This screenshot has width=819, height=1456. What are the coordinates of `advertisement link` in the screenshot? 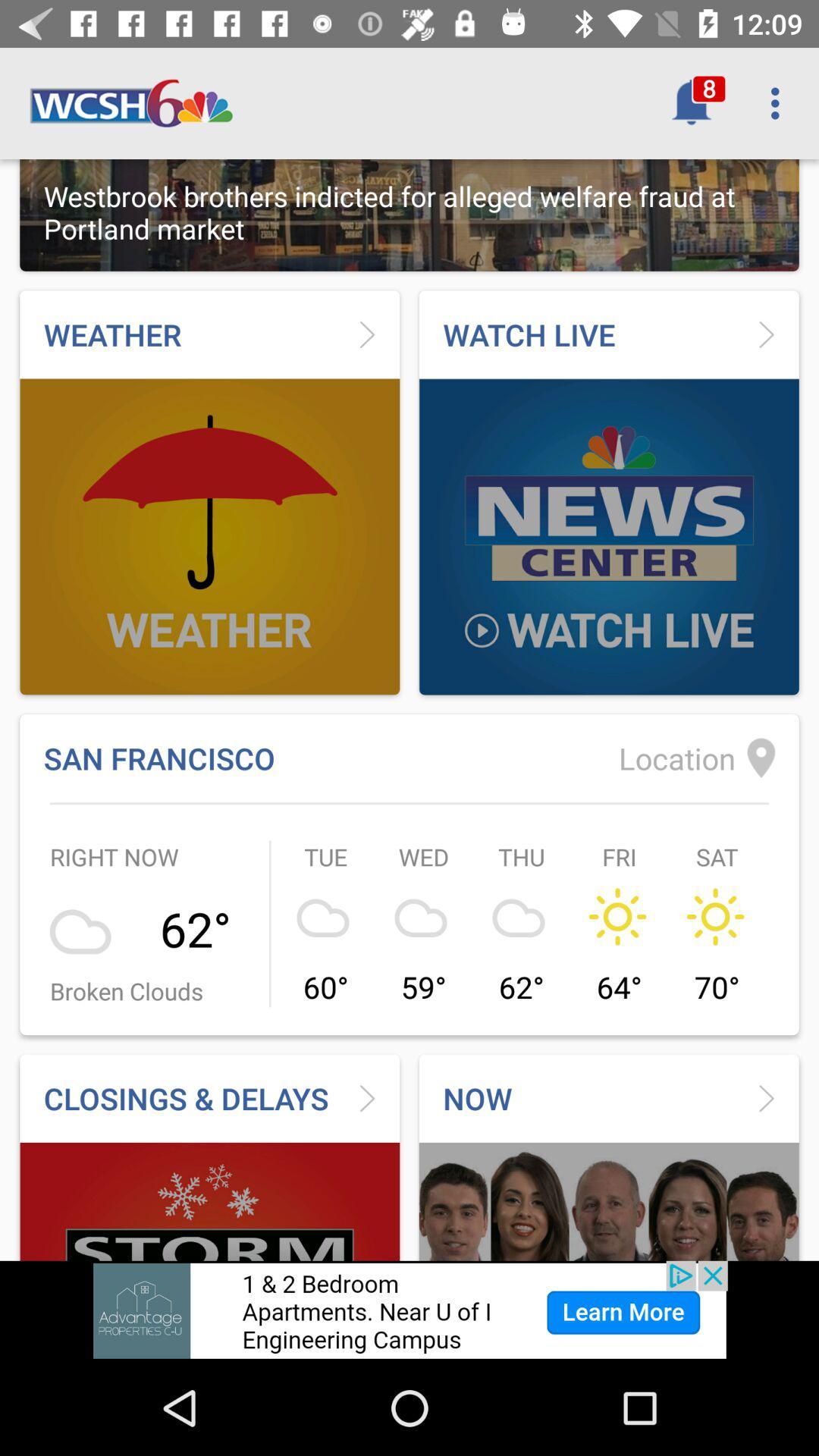 It's located at (409, 1310).